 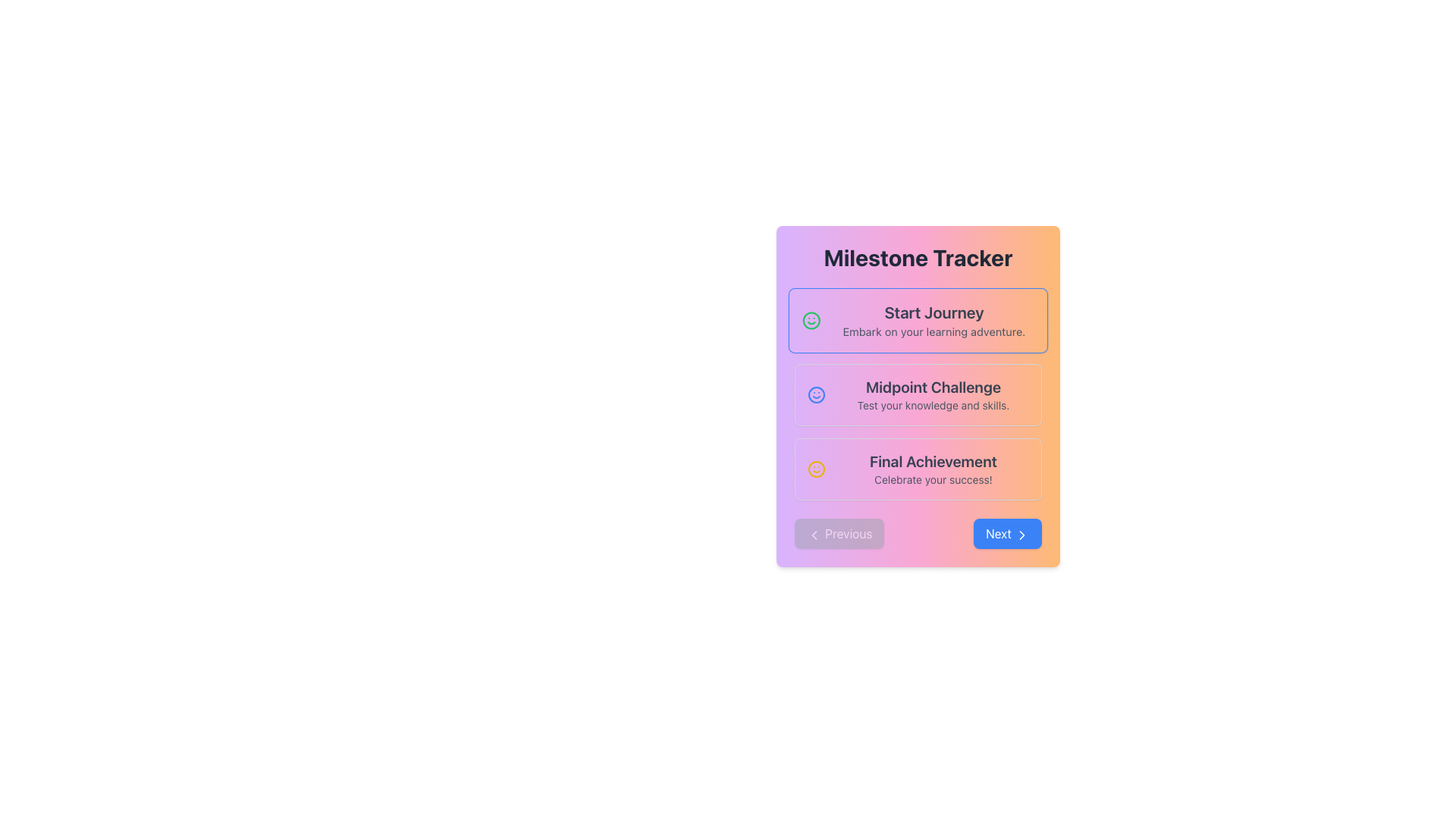 I want to click on text of the label serving as the title for the third milestone entry in the 'Milestone Tracker' card, located below 'Midpoint Challenge' and above 'Celebrate your success!', so click(x=932, y=461).